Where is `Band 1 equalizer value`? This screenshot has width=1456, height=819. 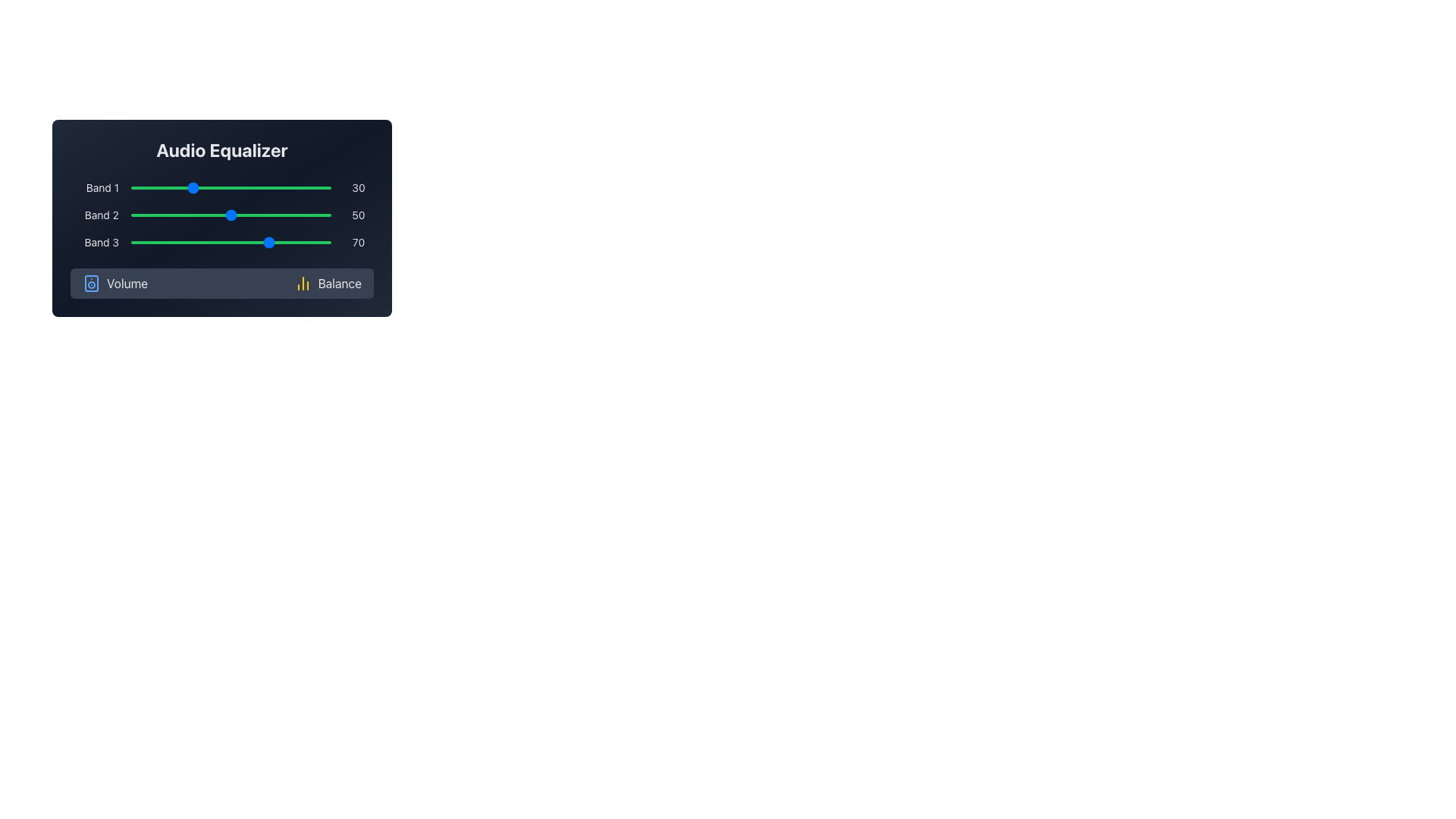 Band 1 equalizer value is located at coordinates (306, 187).